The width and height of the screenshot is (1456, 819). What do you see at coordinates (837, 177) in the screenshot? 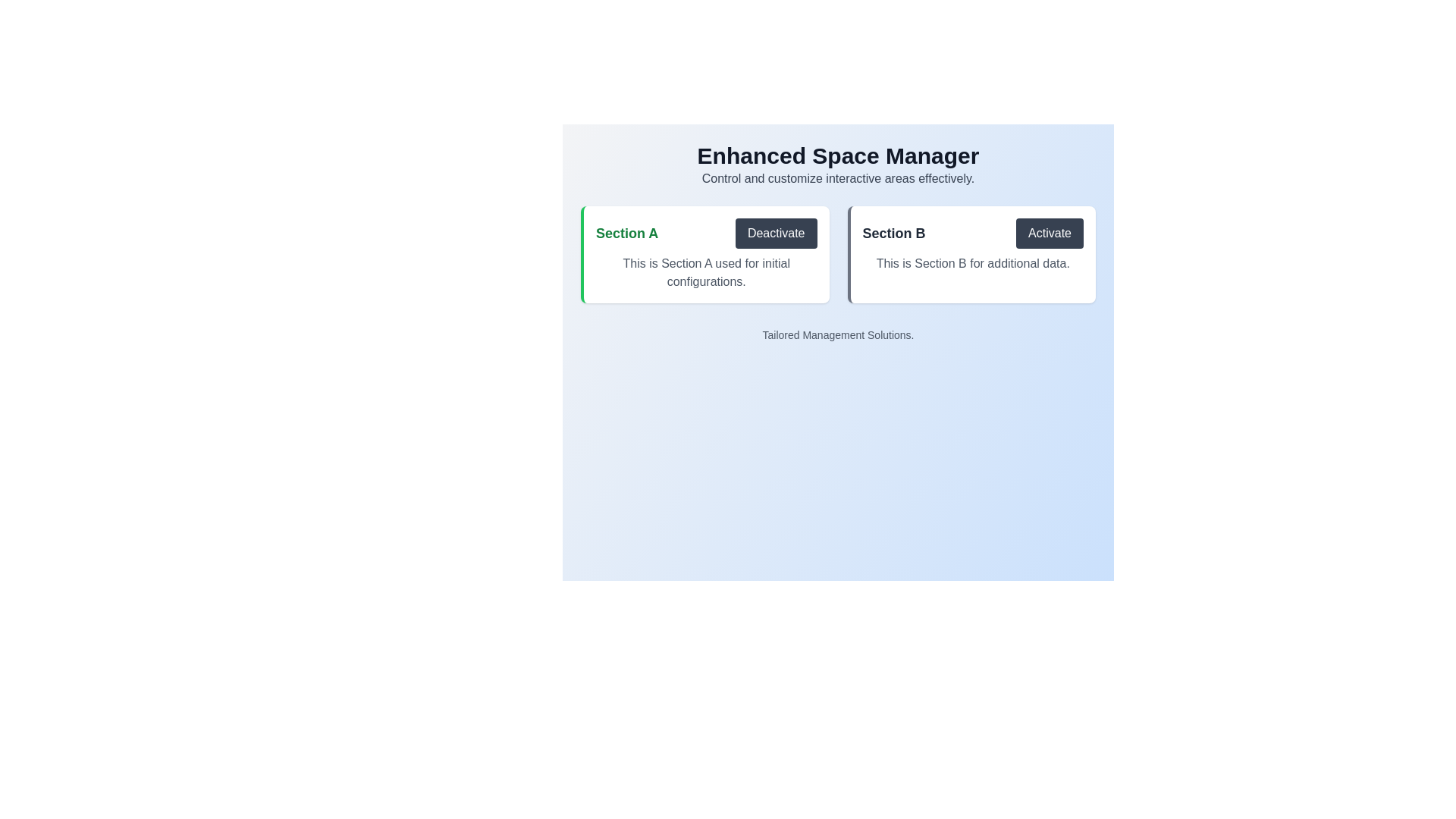
I see `static text that says 'Control and customize interactive areas effectively.' located directly below the header 'Enhanced Space Manager'` at bounding box center [837, 177].